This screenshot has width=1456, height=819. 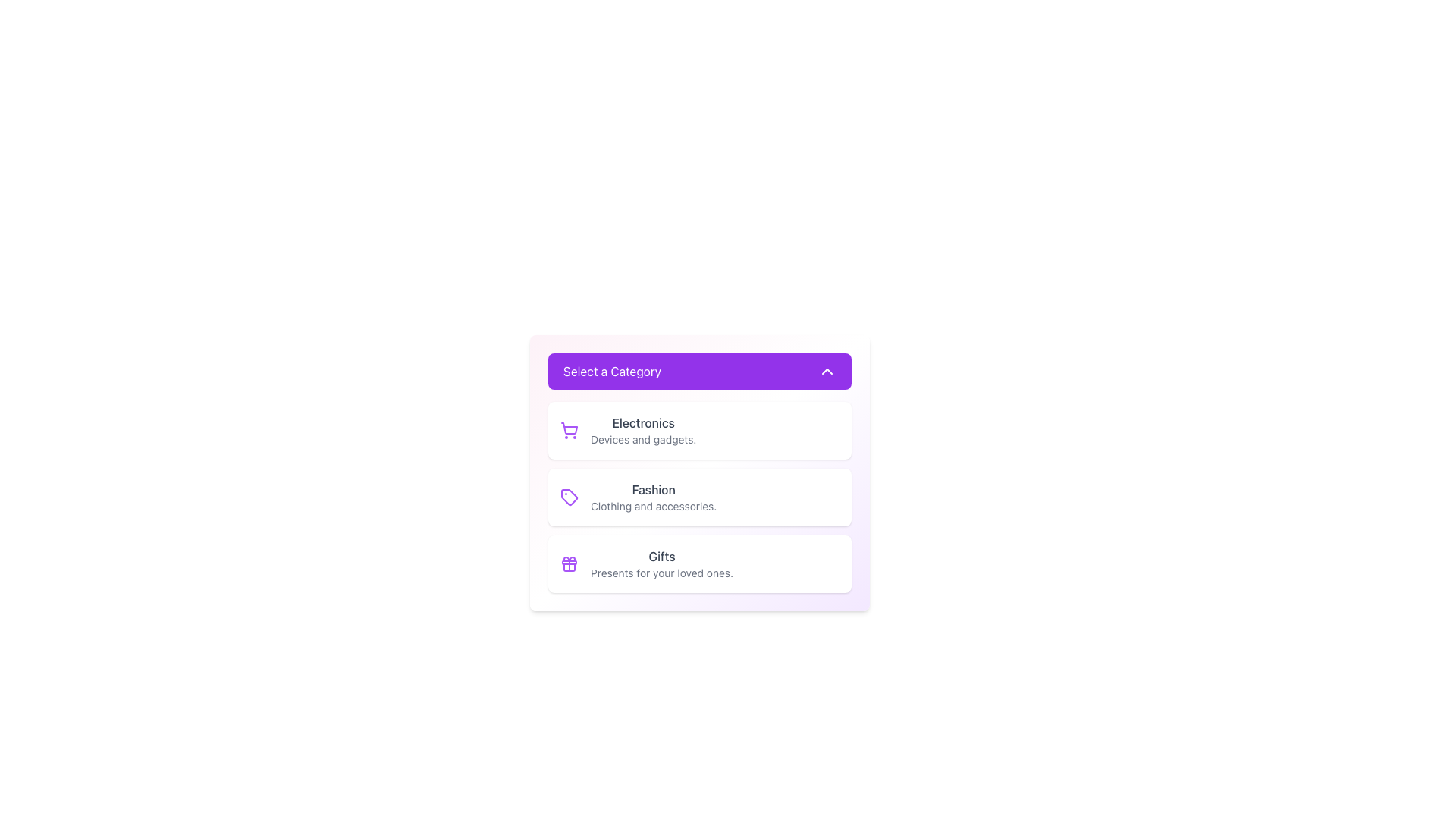 I want to click on the 'Fashion' category item in the pop-up menu, so click(x=698, y=472).